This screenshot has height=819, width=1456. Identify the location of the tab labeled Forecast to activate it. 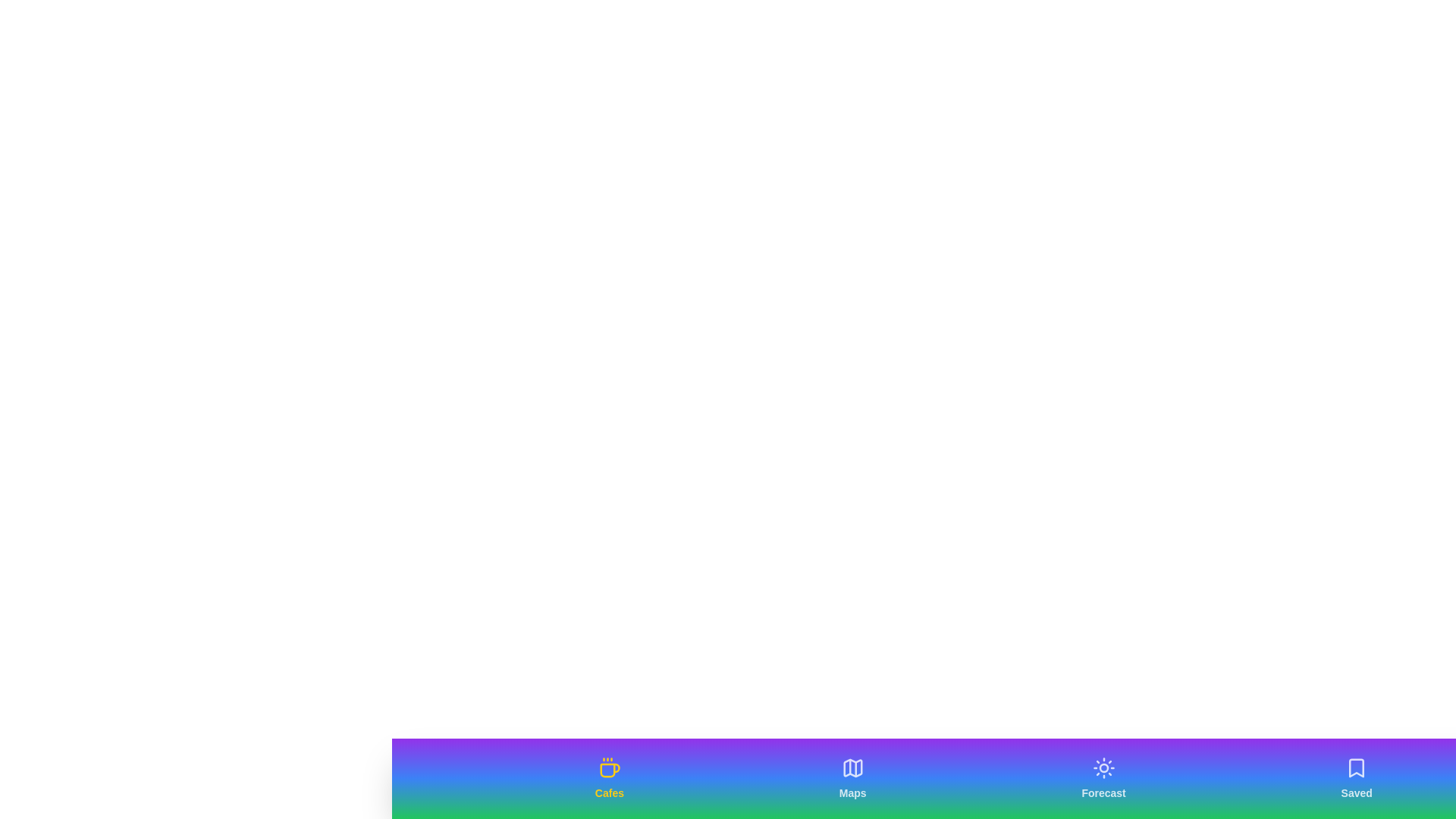
(1103, 778).